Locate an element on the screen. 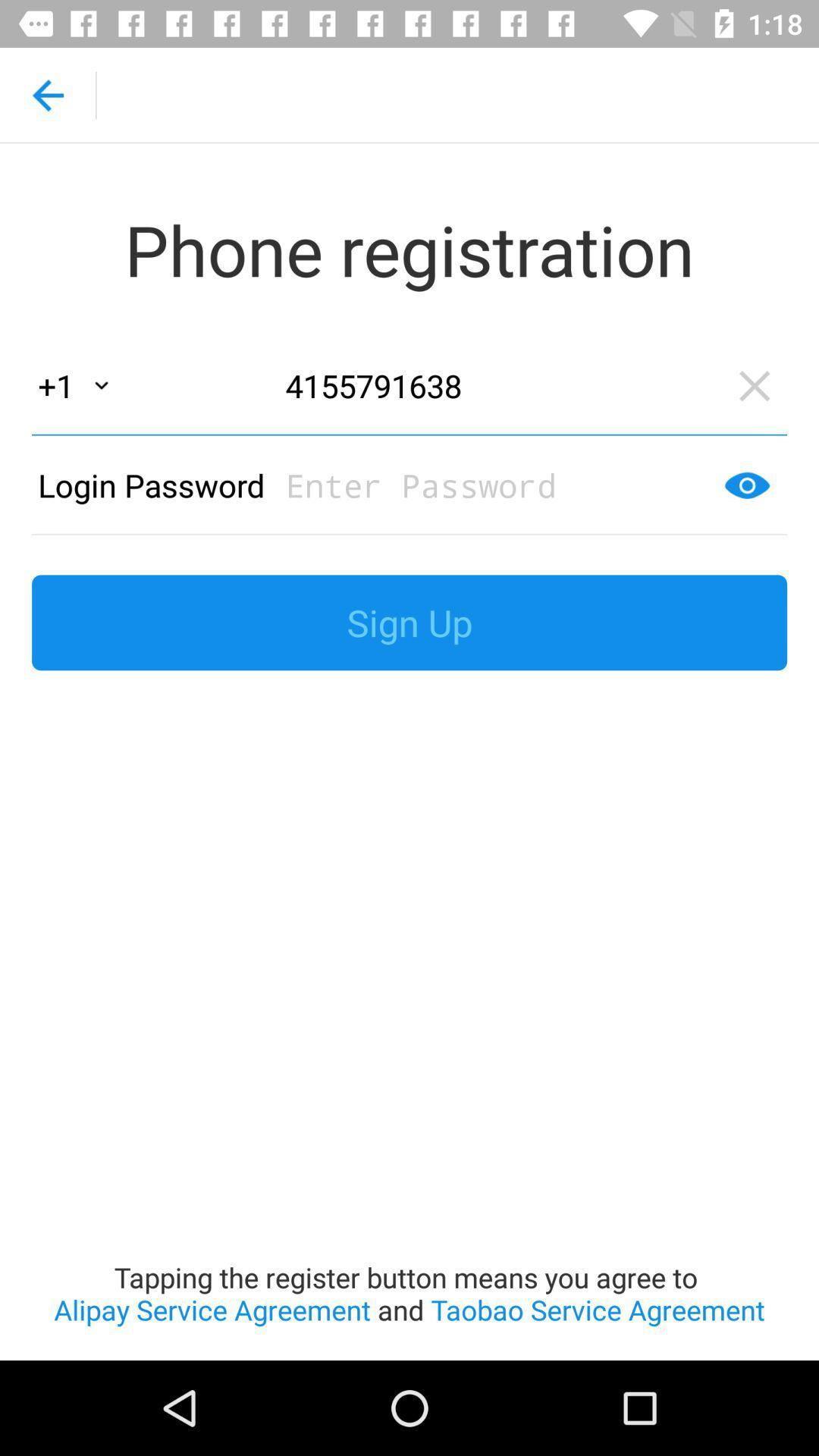 The width and height of the screenshot is (819, 1456). the 4155791638 item is located at coordinates (497, 385).